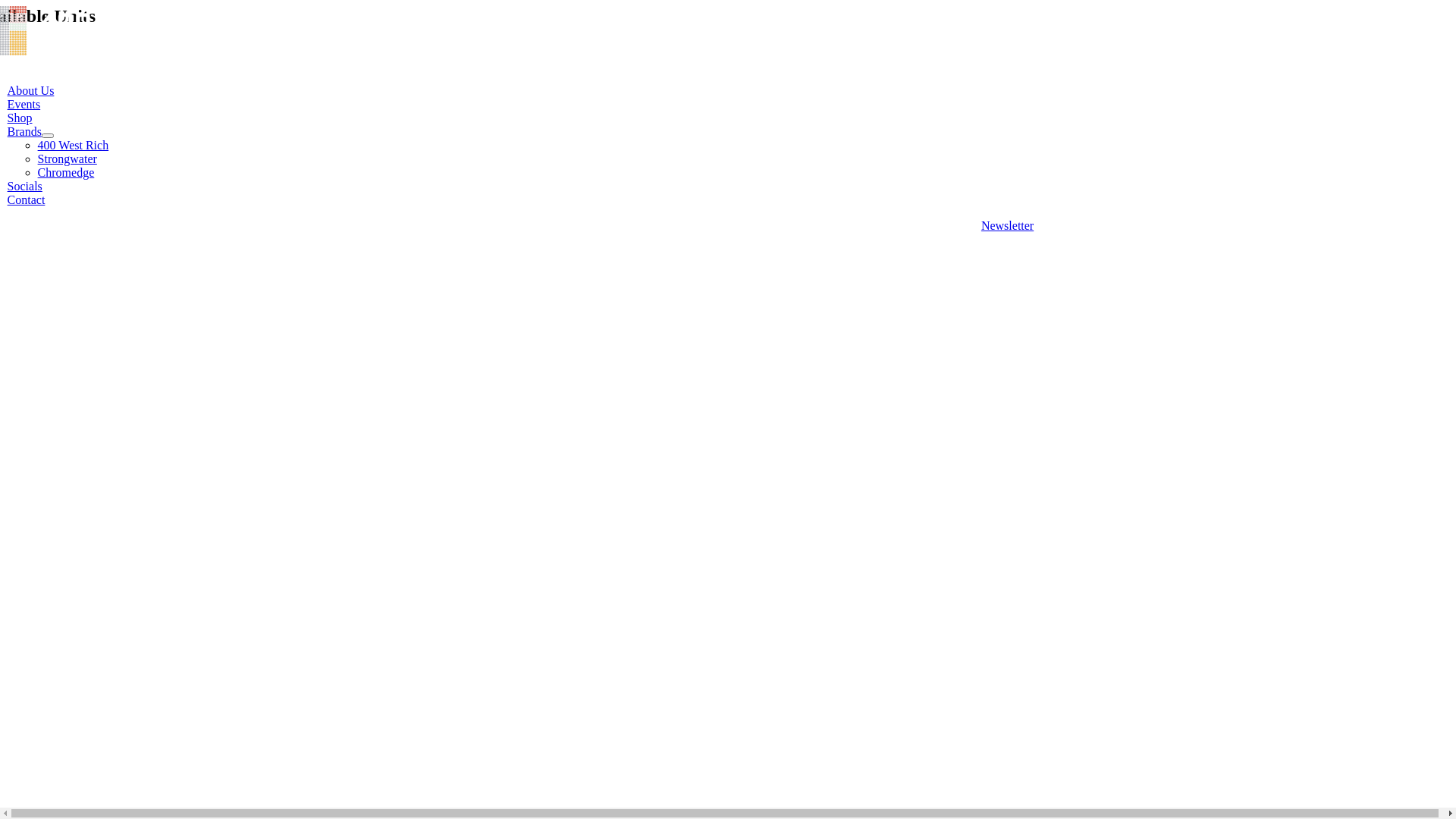  Describe the element at coordinates (1007, 225) in the screenshot. I see `'Newsletter'` at that location.